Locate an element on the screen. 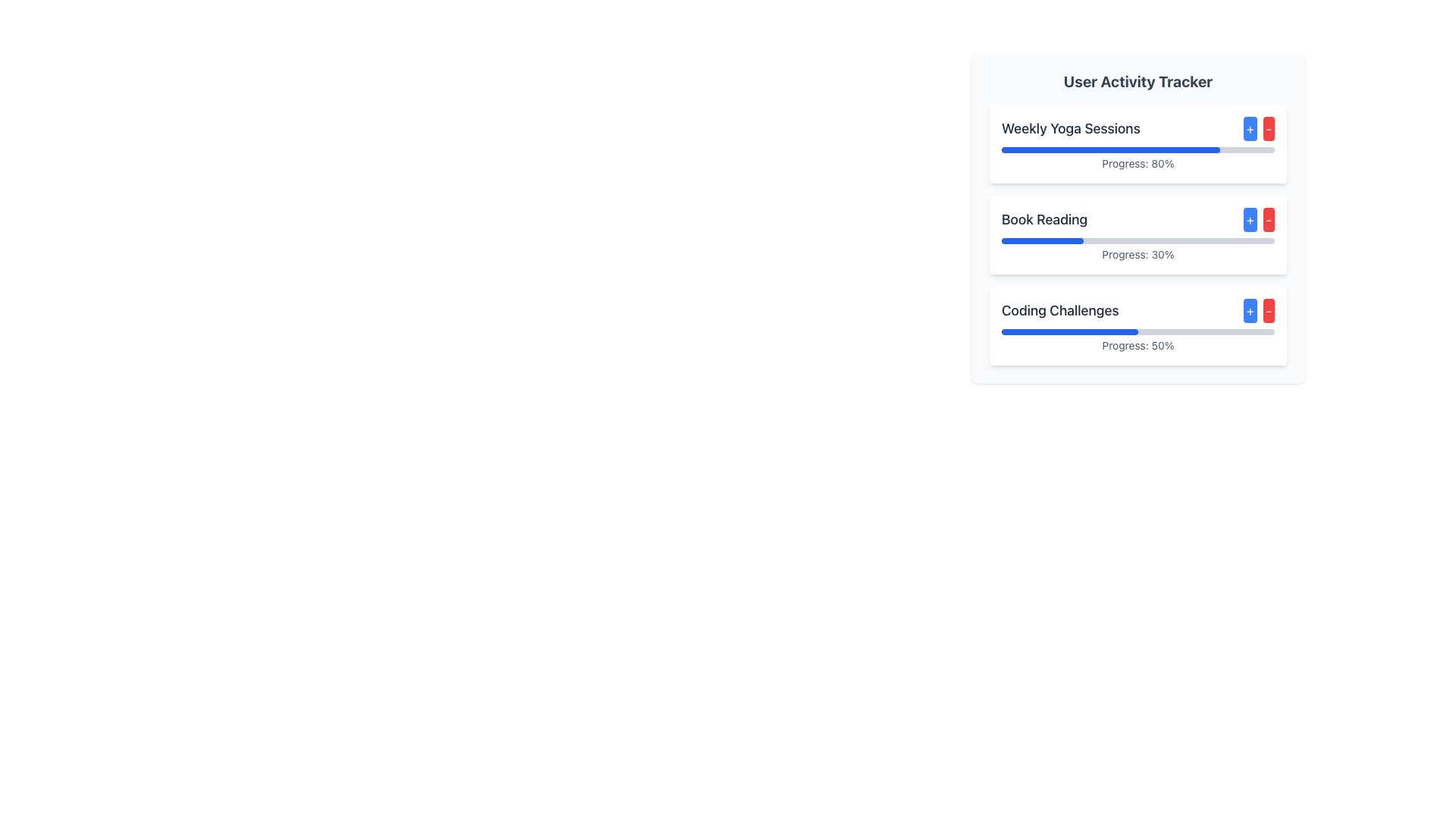  the blue-colored progress bar segment that indicates 50% completion within the 'Coding Challenges' section of the user activity tracker is located at coordinates (1069, 331).